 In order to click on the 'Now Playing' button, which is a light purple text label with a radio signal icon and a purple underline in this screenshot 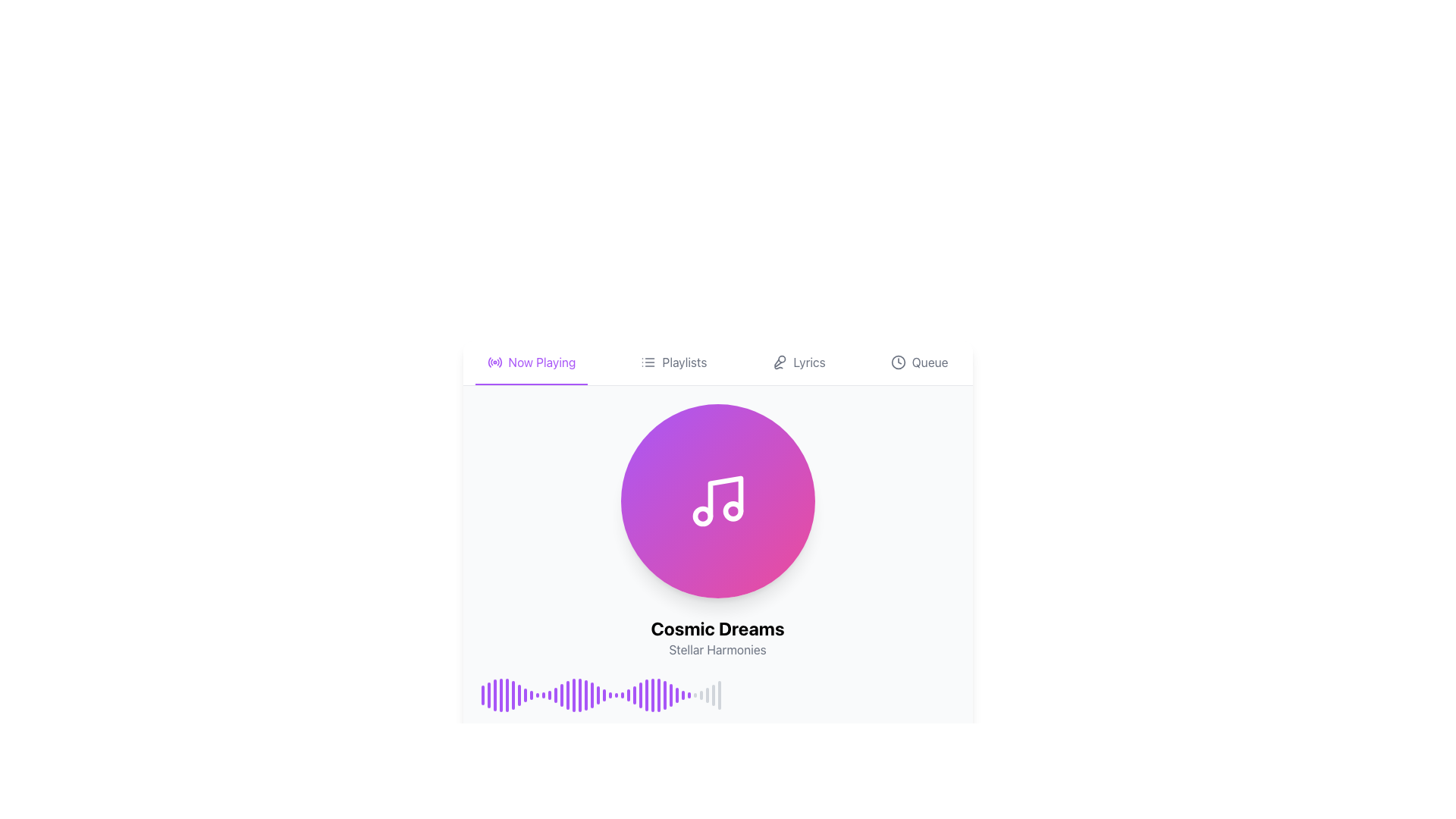, I will do `click(531, 362)`.